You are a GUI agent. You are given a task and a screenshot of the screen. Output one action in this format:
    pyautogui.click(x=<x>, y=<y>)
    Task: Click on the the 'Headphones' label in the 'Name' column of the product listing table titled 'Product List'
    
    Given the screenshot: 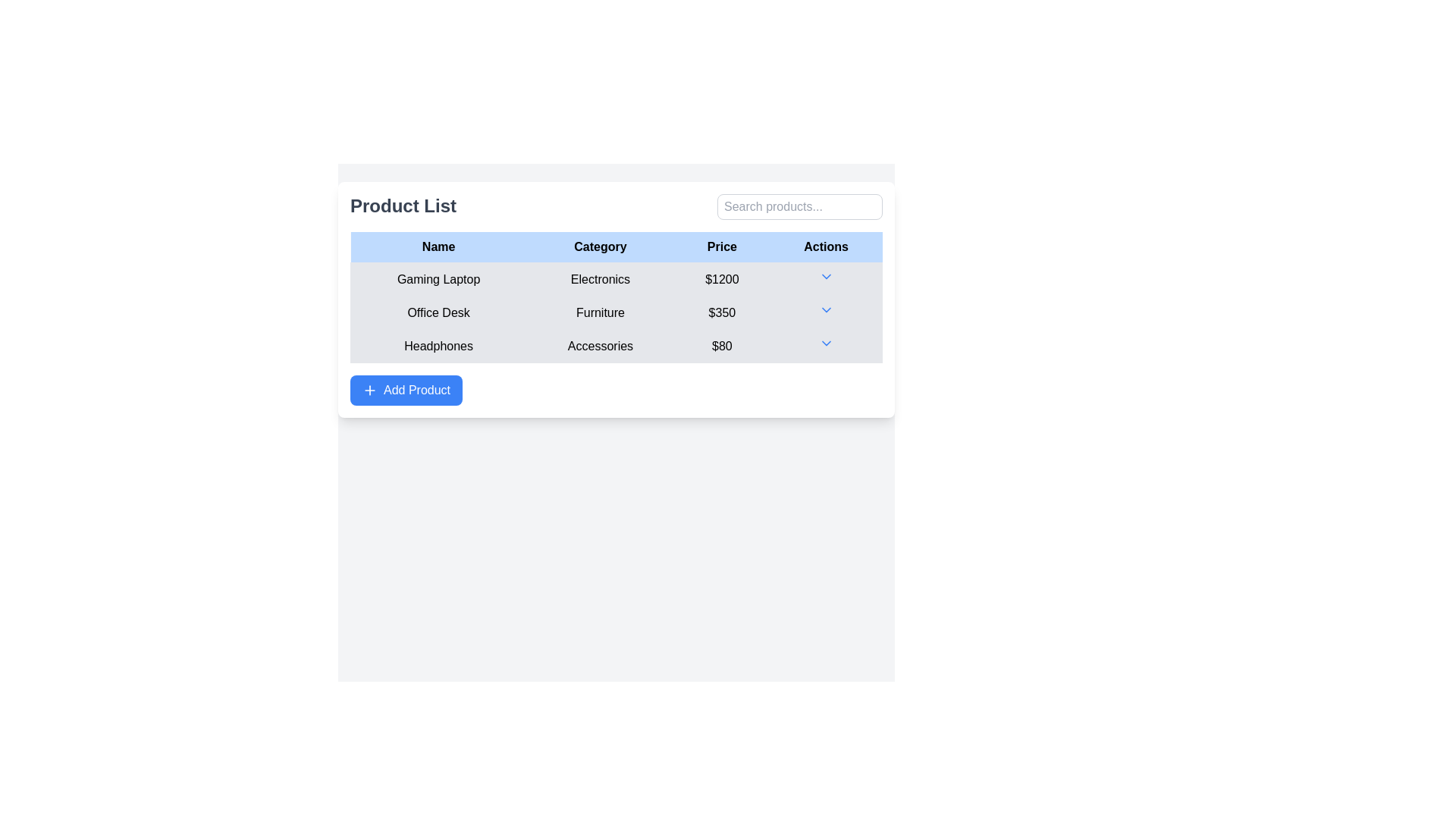 What is the action you would take?
    pyautogui.click(x=438, y=346)
    